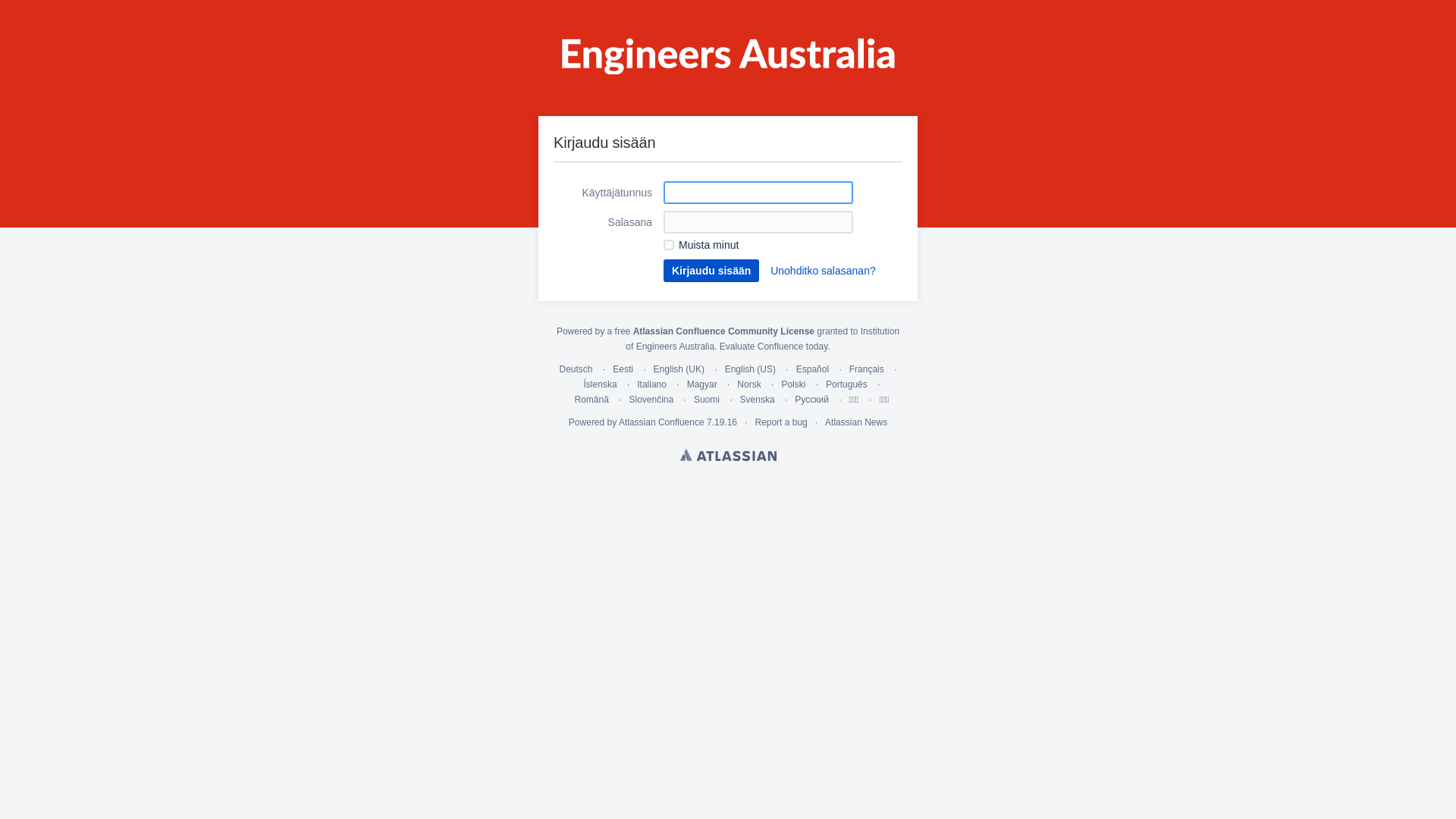 The image size is (1456, 819). What do you see at coordinates (739, 399) in the screenshot?
I see `'Svenska'` at bounding box center [739, 399].